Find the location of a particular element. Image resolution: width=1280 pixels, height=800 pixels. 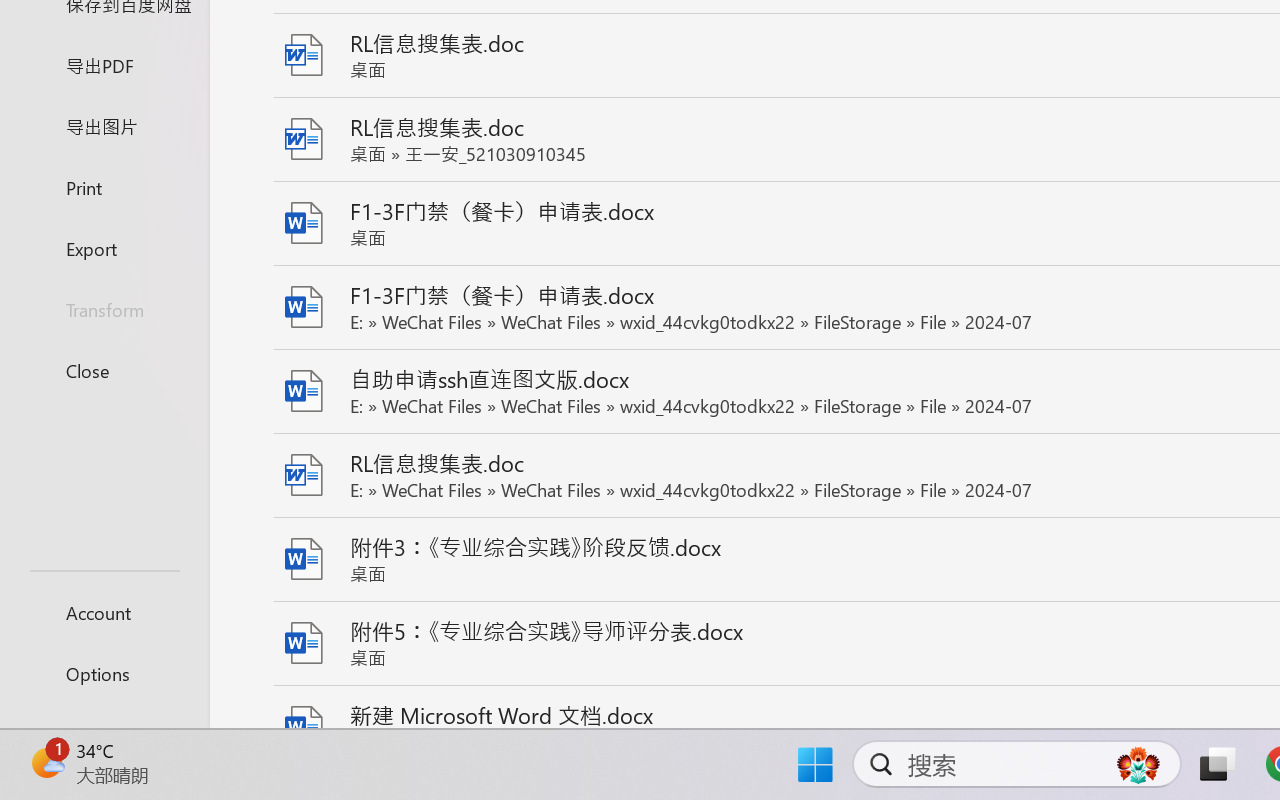

'Close' is located at coordinates (103, 369).